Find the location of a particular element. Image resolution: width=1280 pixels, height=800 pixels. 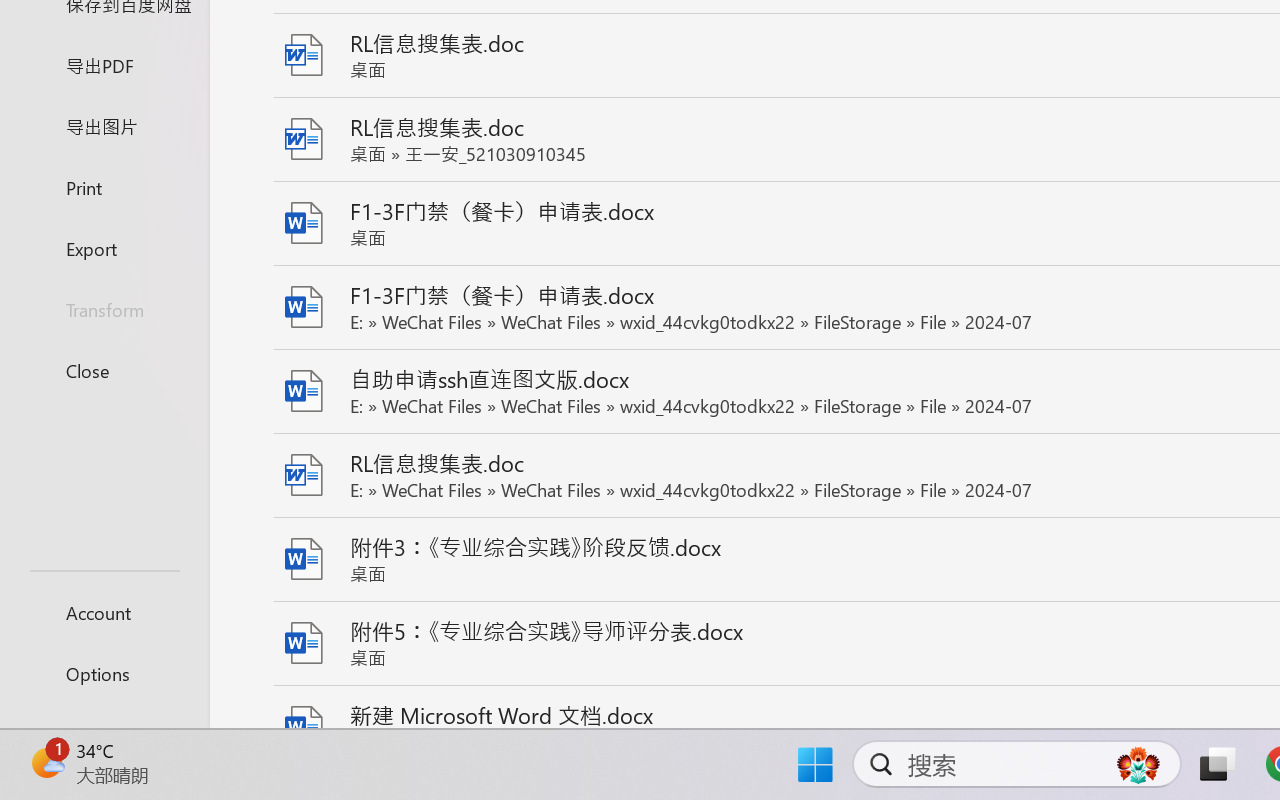

'Close' is located at coordinates (103, 369).